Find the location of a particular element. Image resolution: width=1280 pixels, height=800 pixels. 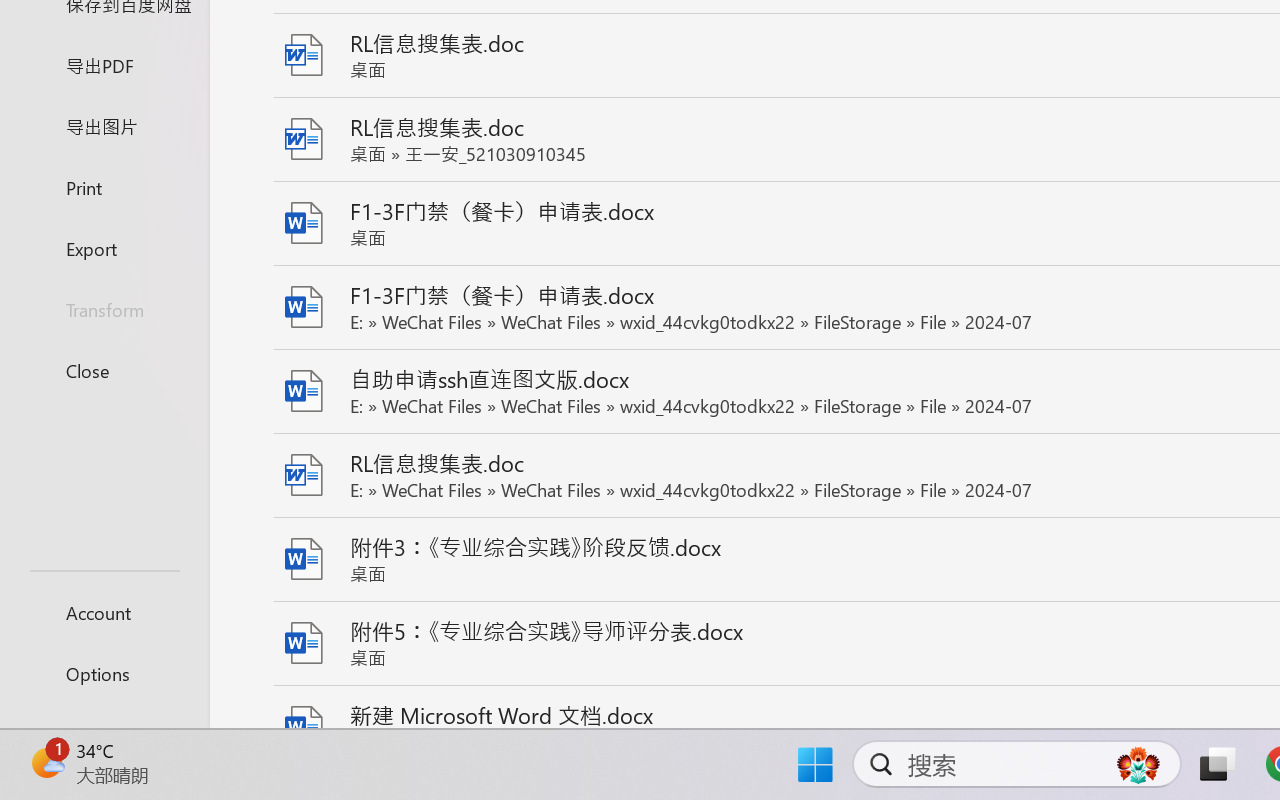

'Close' is located at coordinates (103, 369).